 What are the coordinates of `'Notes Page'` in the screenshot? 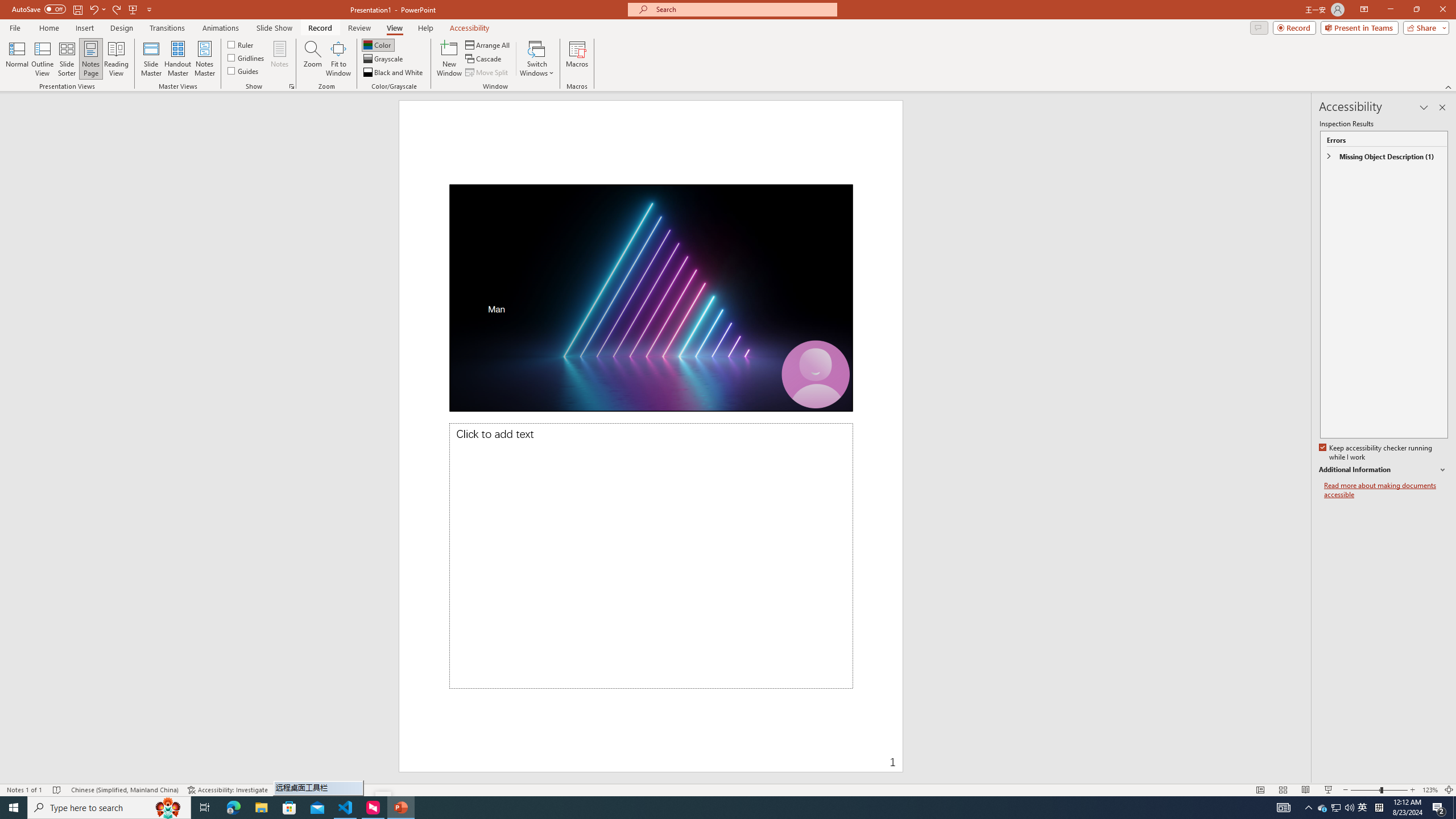 It's located at (90, 59).